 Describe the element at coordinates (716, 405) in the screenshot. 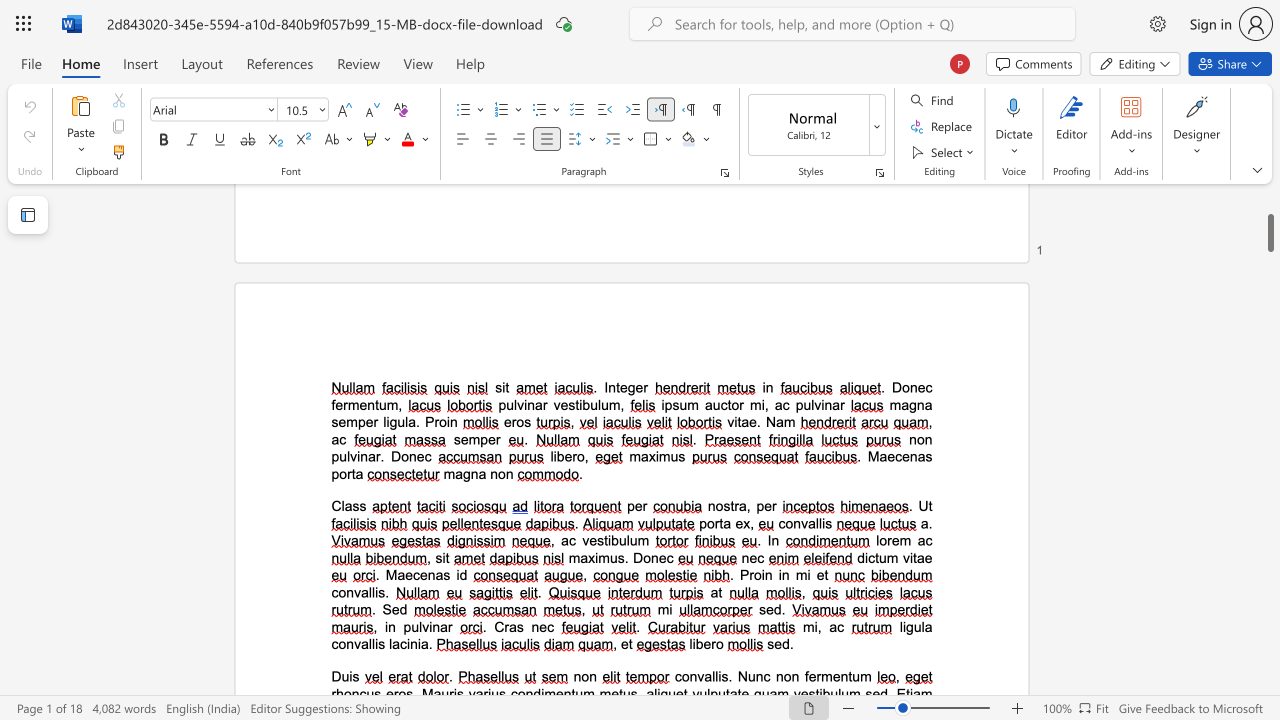

I see `the 2th character "u" in the text` at that location.